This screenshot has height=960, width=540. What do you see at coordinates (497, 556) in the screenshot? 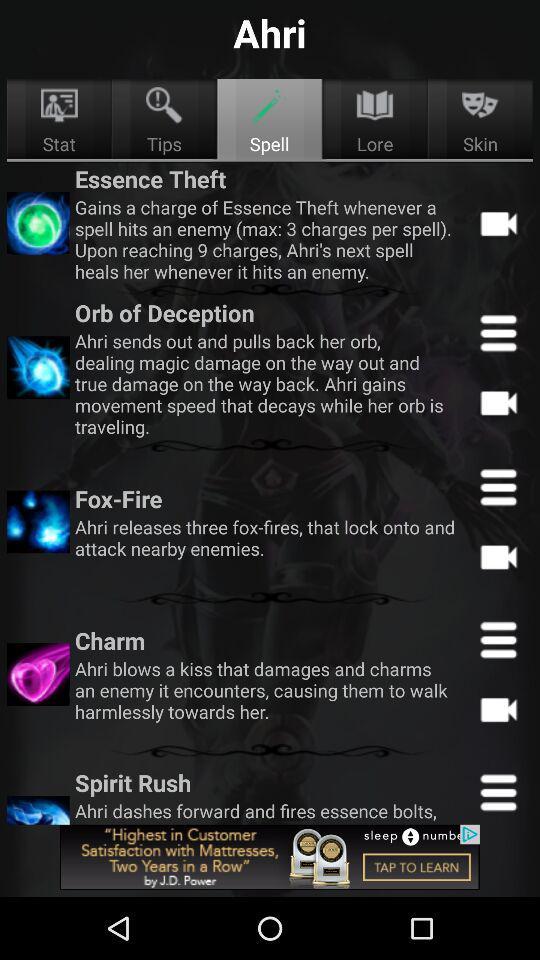
I see `watch video option` at bounding box center [497, 556].